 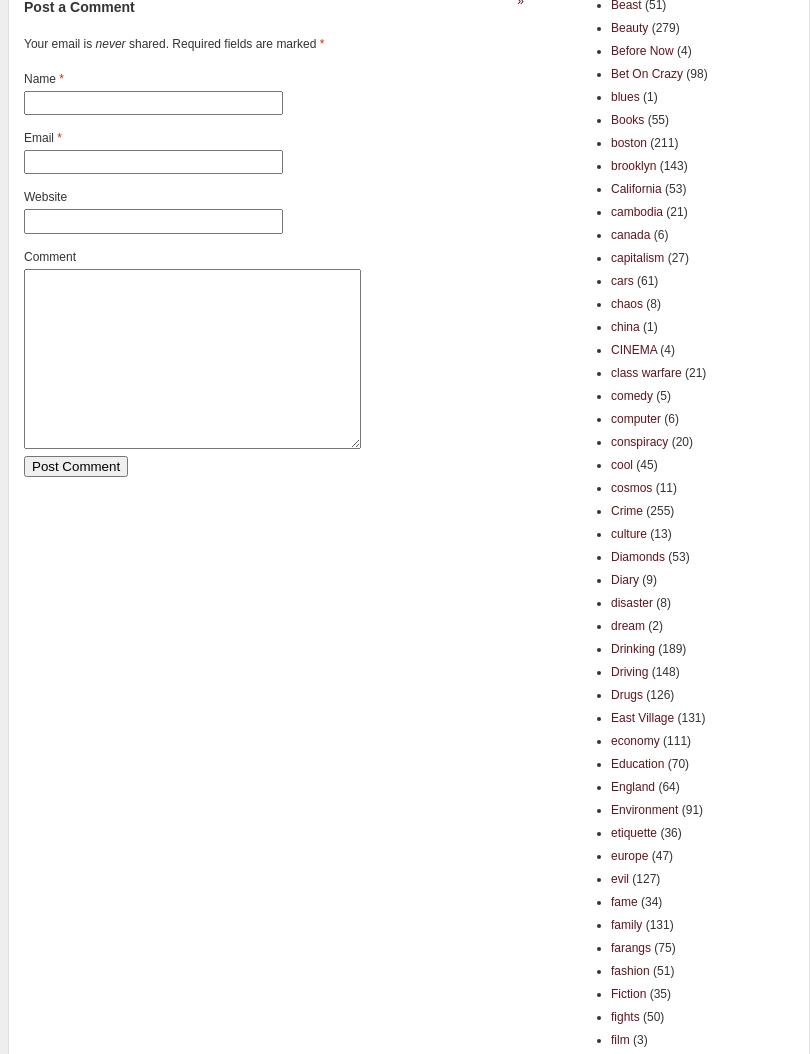 What do you see at coordinates (626, 509) in the screenshot?
I see `'Crime'` at bounding box center [626, 509].